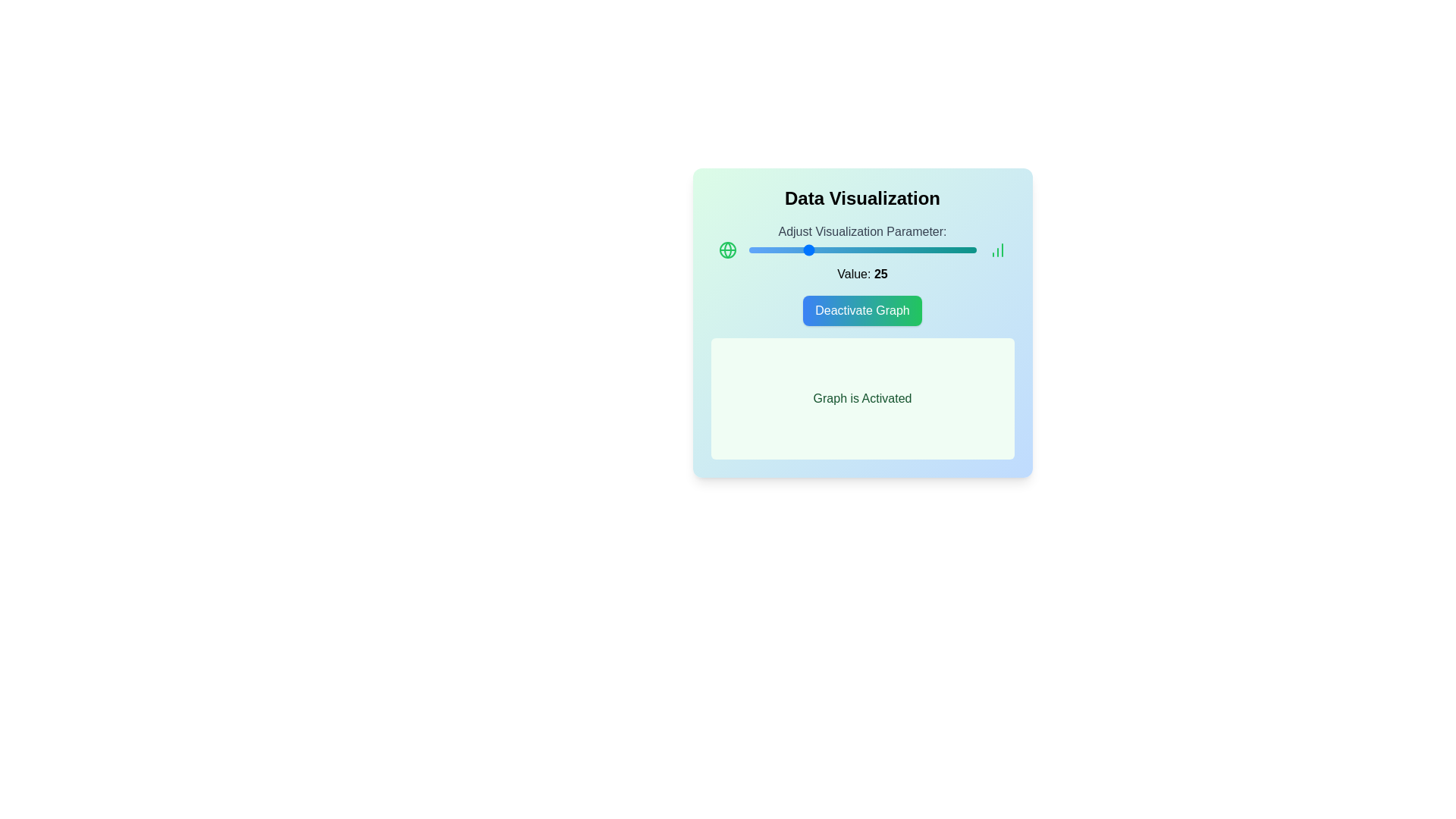 The width and height of the screenshot is (1456, 819). I want to click on the visualization parameter to 60 by adjusting the slider, so click(885, 249).